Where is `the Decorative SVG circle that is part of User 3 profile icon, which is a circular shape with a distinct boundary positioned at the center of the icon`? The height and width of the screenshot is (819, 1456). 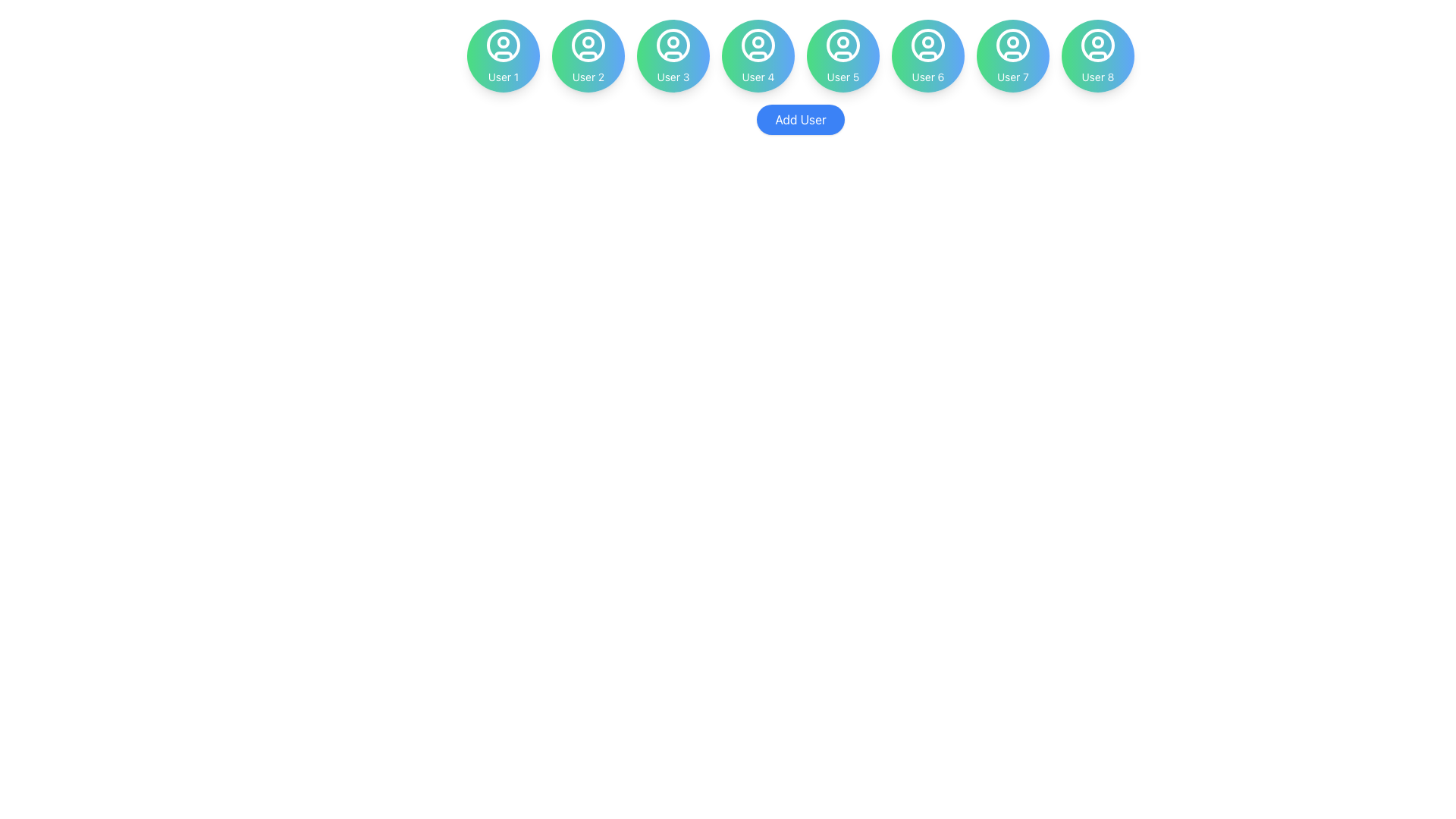
the Decorative SVG circle that is part of User 3 profile icon, which is a circular shape with a distinct boundary positioned at the center of the icon is located at coordinates (673, 42).